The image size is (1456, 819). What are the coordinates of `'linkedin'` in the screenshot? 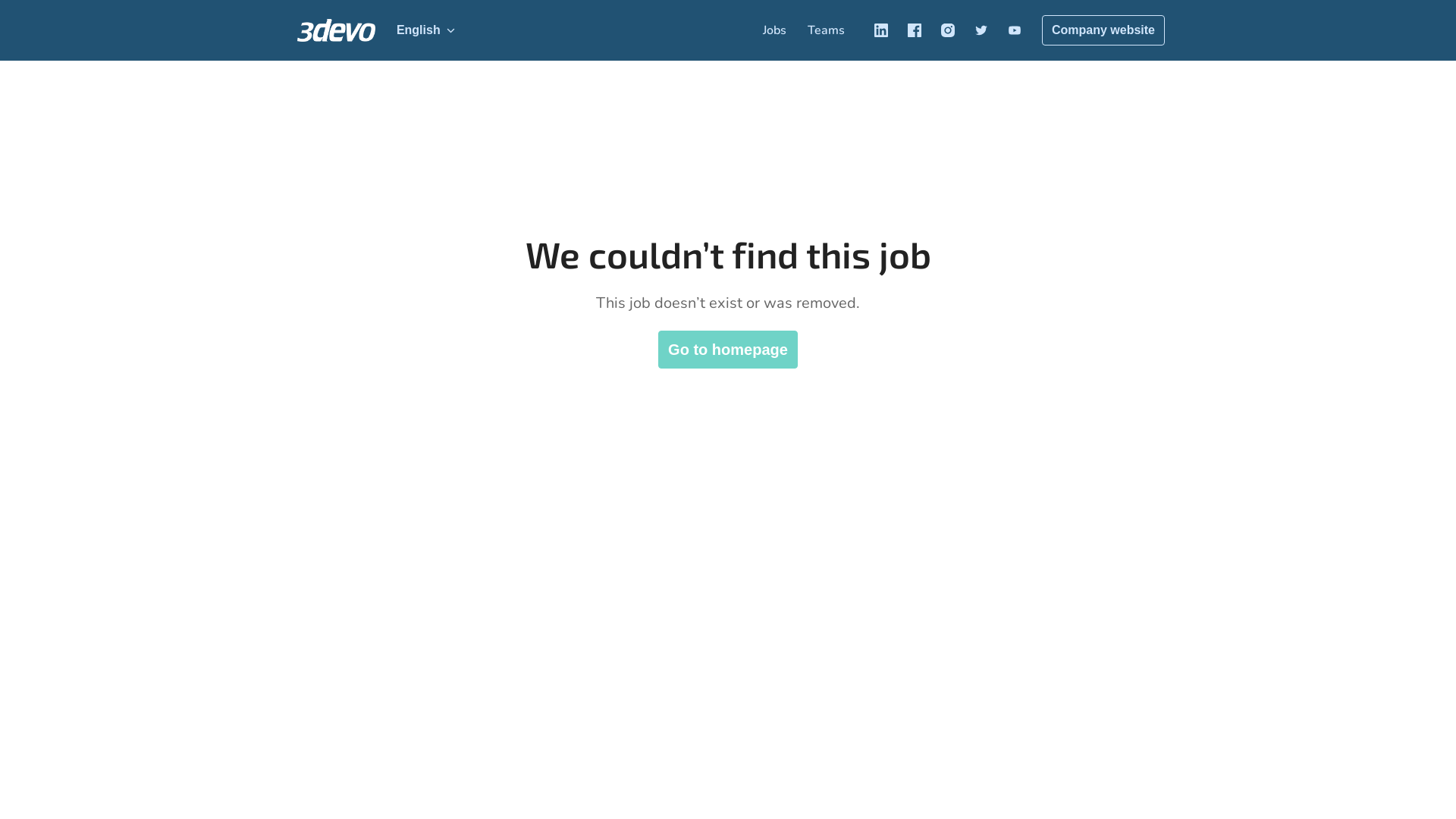 It's located at (880, 30).